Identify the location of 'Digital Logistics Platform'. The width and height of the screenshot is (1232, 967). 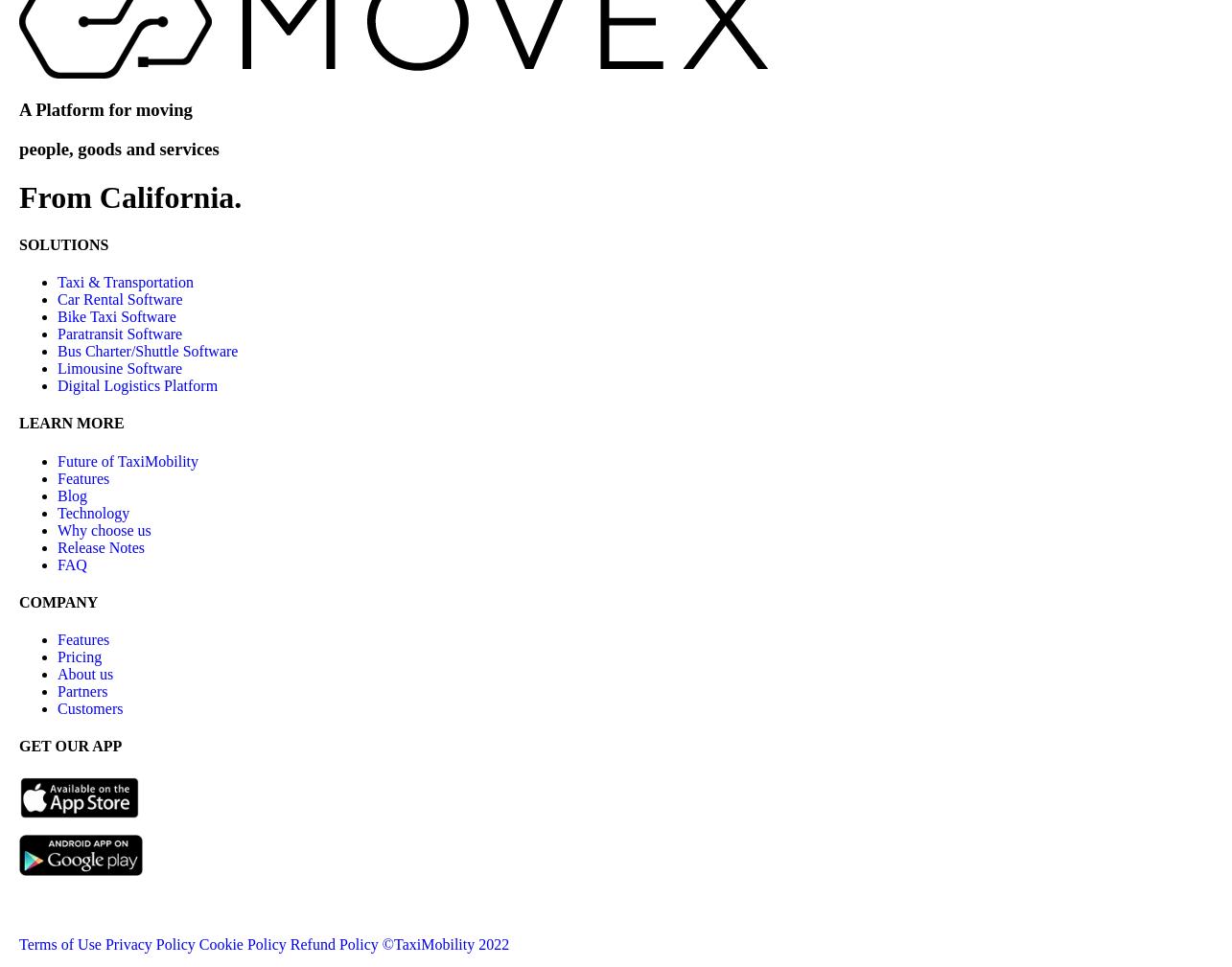
(137, 384).